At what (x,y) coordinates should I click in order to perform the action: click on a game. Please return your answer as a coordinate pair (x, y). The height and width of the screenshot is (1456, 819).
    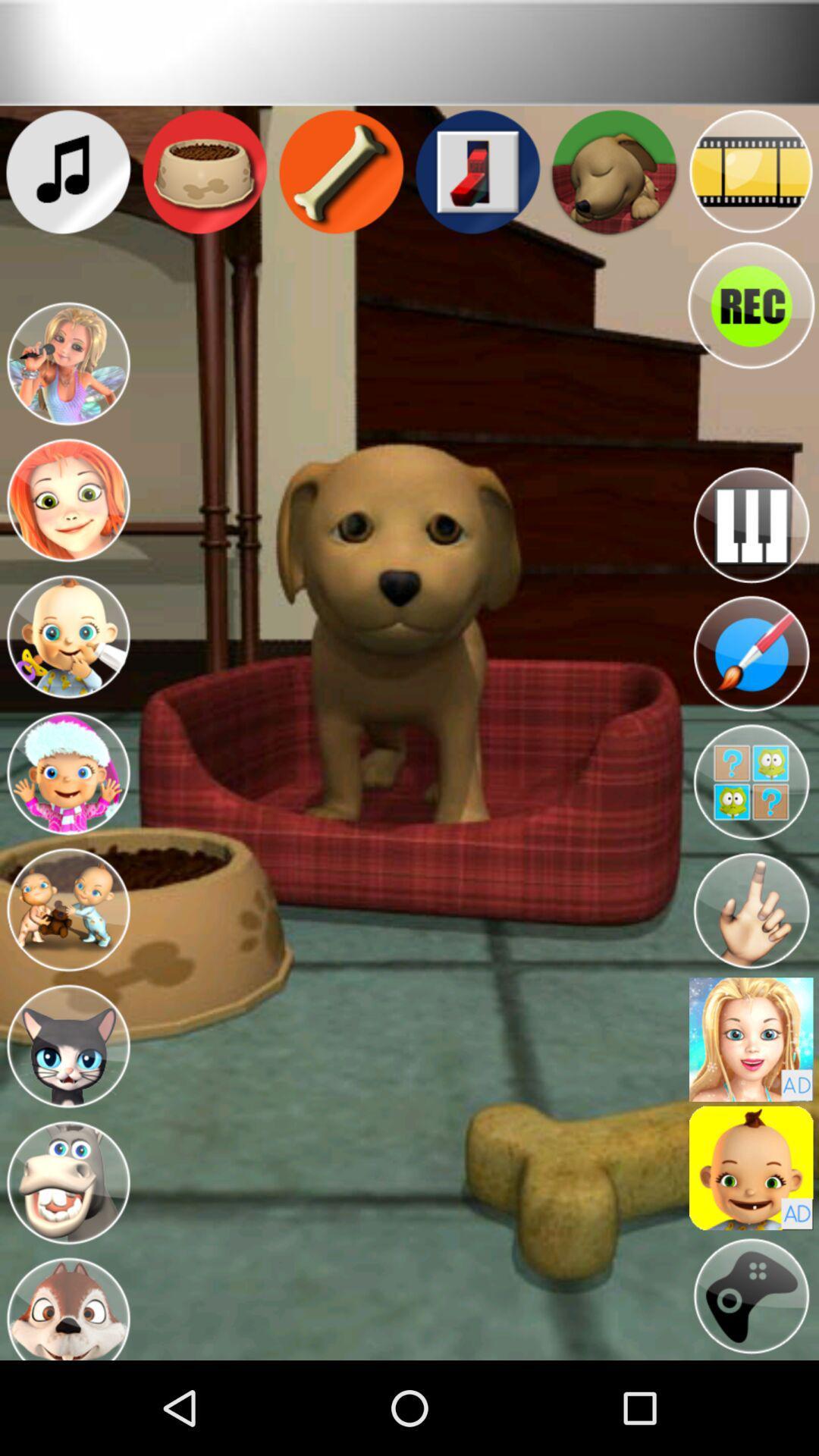
    Looking at the image, I should click on (751, 1295).